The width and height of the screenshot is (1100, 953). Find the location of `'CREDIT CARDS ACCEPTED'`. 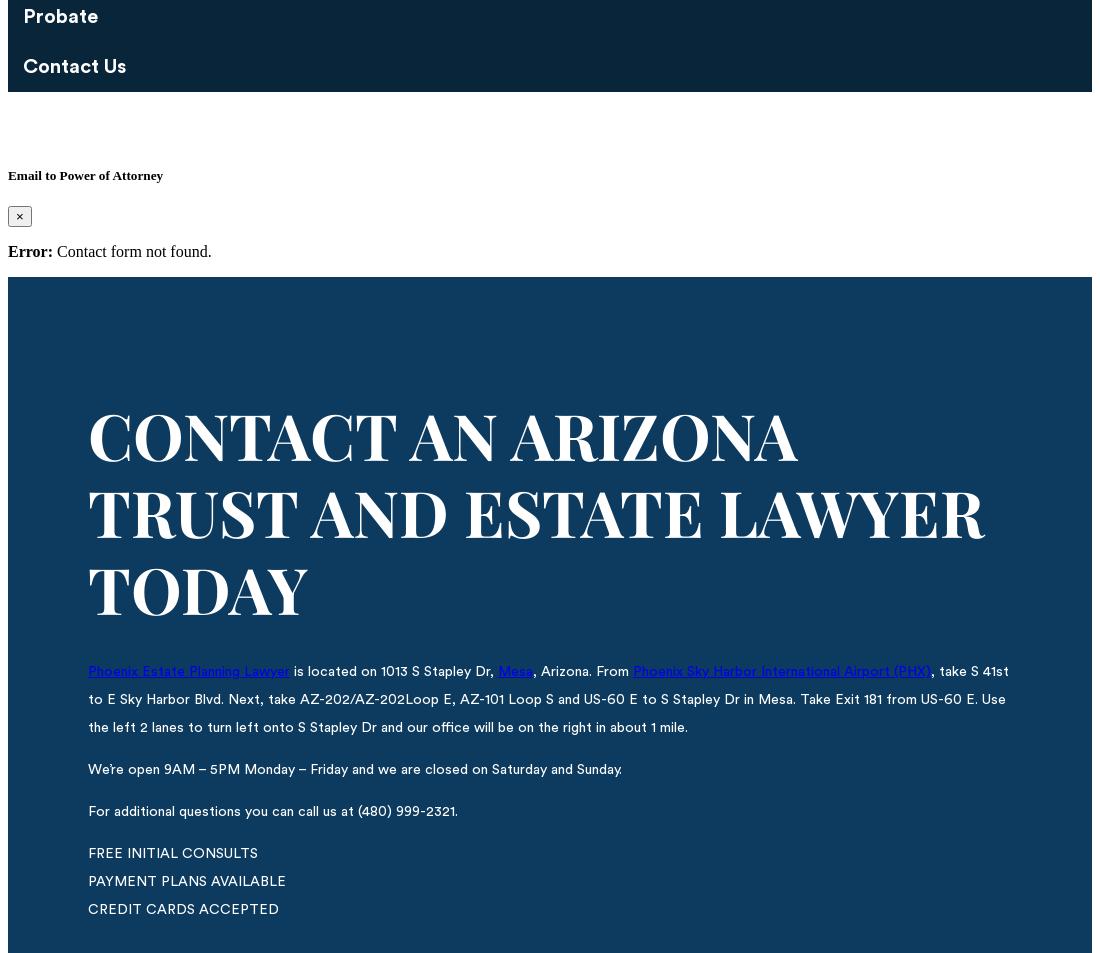

'CREDIT CARDS ACCEPTED' is located at coordinates (88, 908).